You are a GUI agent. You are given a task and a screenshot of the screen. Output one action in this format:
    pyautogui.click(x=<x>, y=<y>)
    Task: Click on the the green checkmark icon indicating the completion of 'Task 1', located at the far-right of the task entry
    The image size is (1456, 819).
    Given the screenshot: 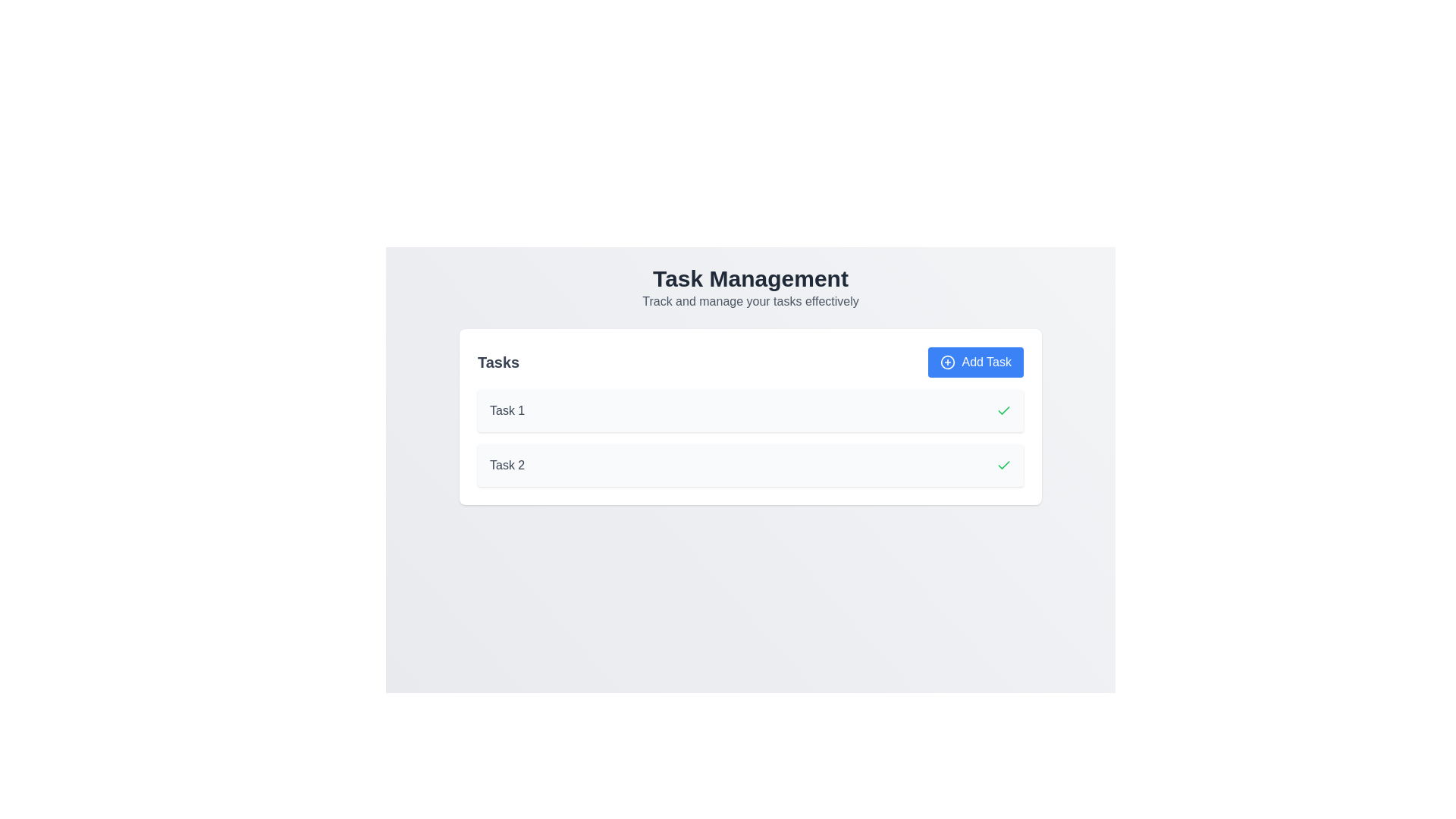 What is the action you would take?
    pyautogui.click(x=1004, y=464)
    